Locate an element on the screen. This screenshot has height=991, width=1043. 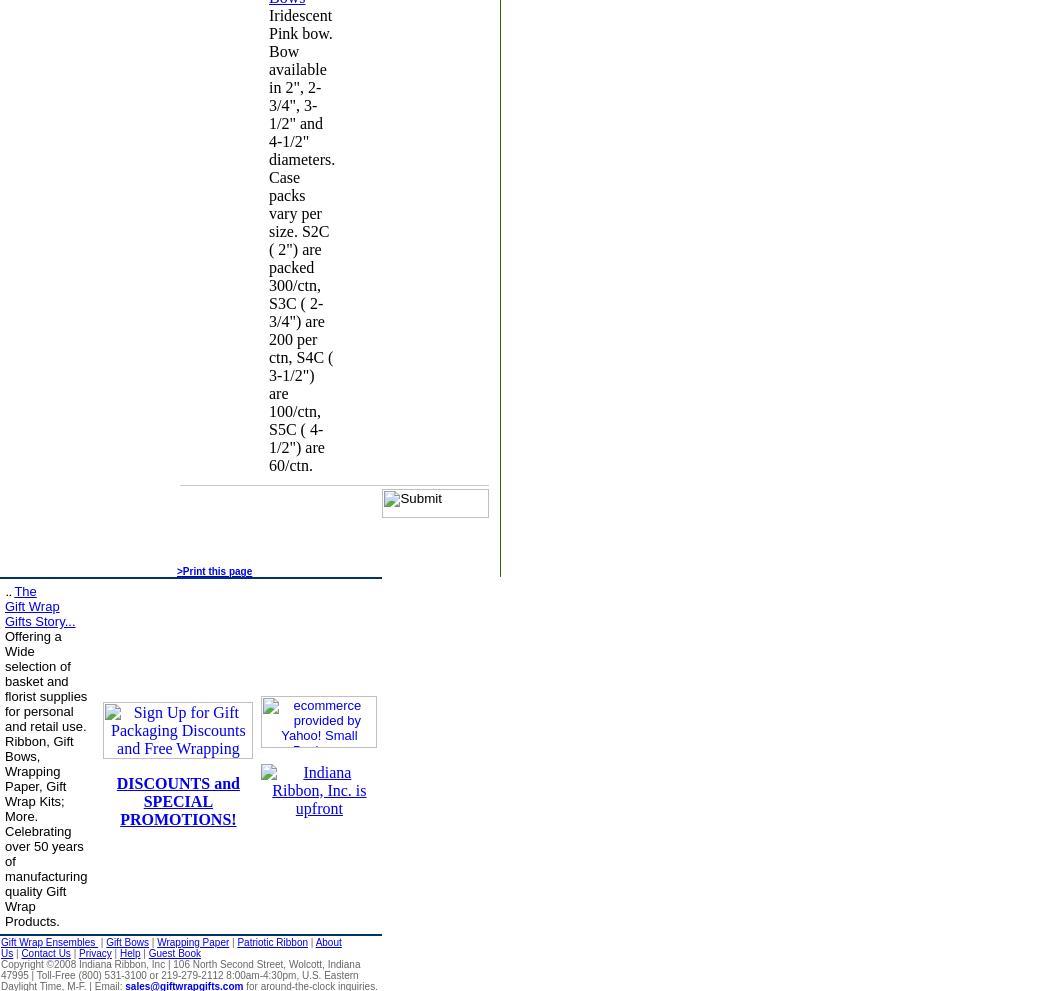
'Wrapping Paper' is located at coordinates (191, 941).